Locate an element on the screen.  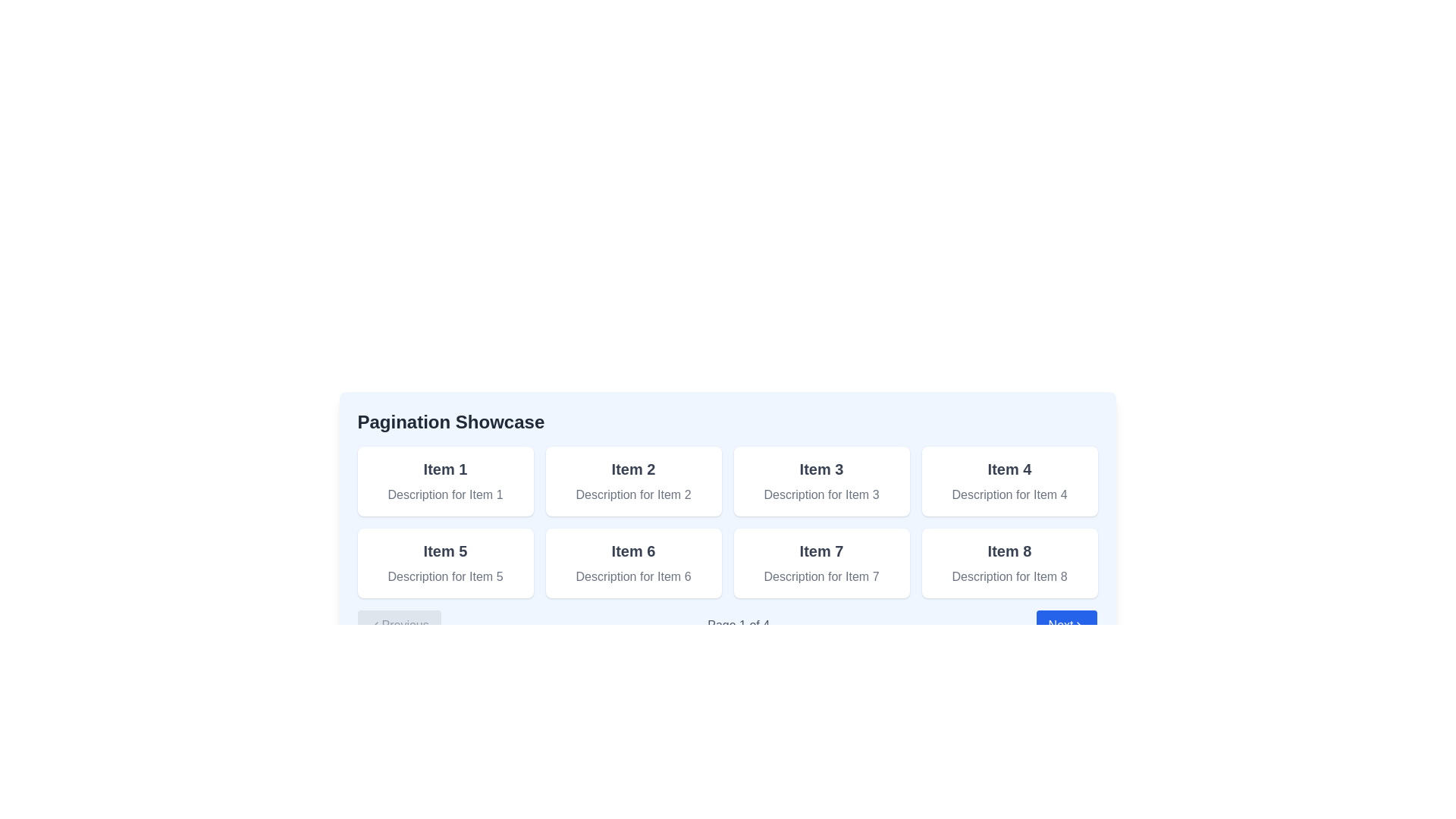
the 'Next' icon located on the right side of the blue button labeled 'Next' is located at coordinates (1078, 626).